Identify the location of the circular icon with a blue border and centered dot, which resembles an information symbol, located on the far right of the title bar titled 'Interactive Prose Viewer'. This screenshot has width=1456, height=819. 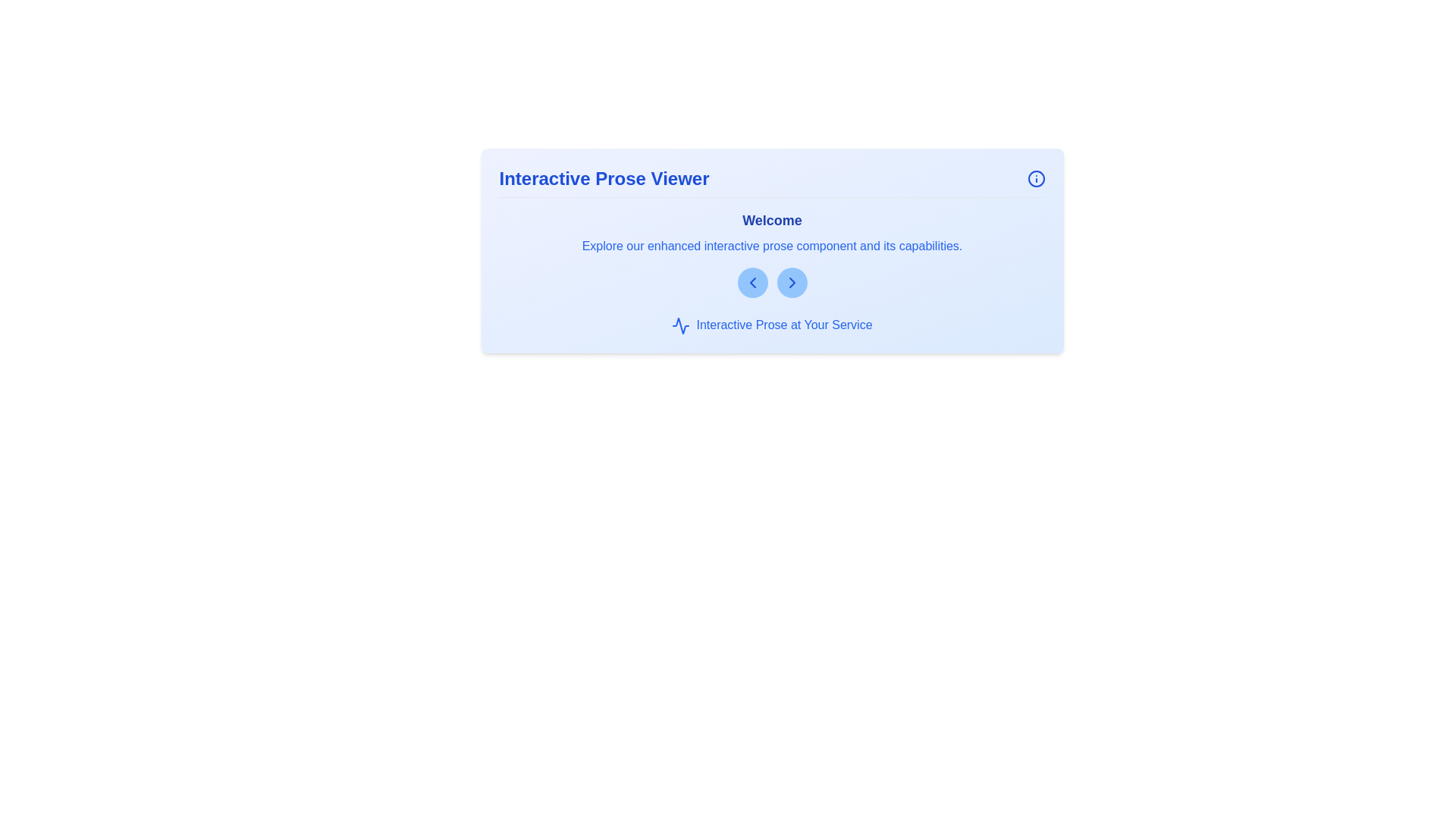
(1035, 177).